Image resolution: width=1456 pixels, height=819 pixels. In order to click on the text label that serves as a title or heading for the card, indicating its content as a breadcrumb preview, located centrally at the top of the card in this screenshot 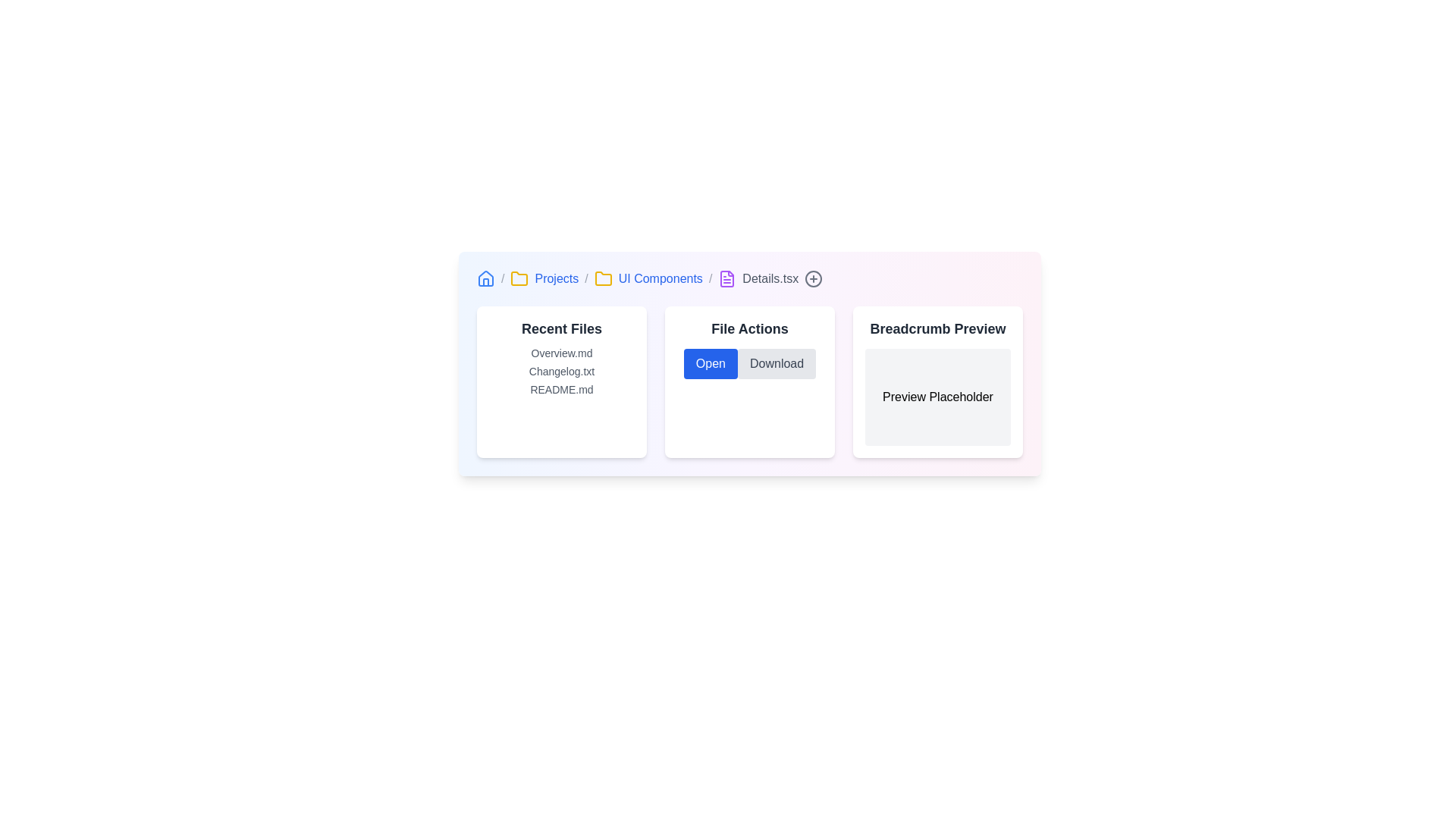, I will do `click(937, 328)`.